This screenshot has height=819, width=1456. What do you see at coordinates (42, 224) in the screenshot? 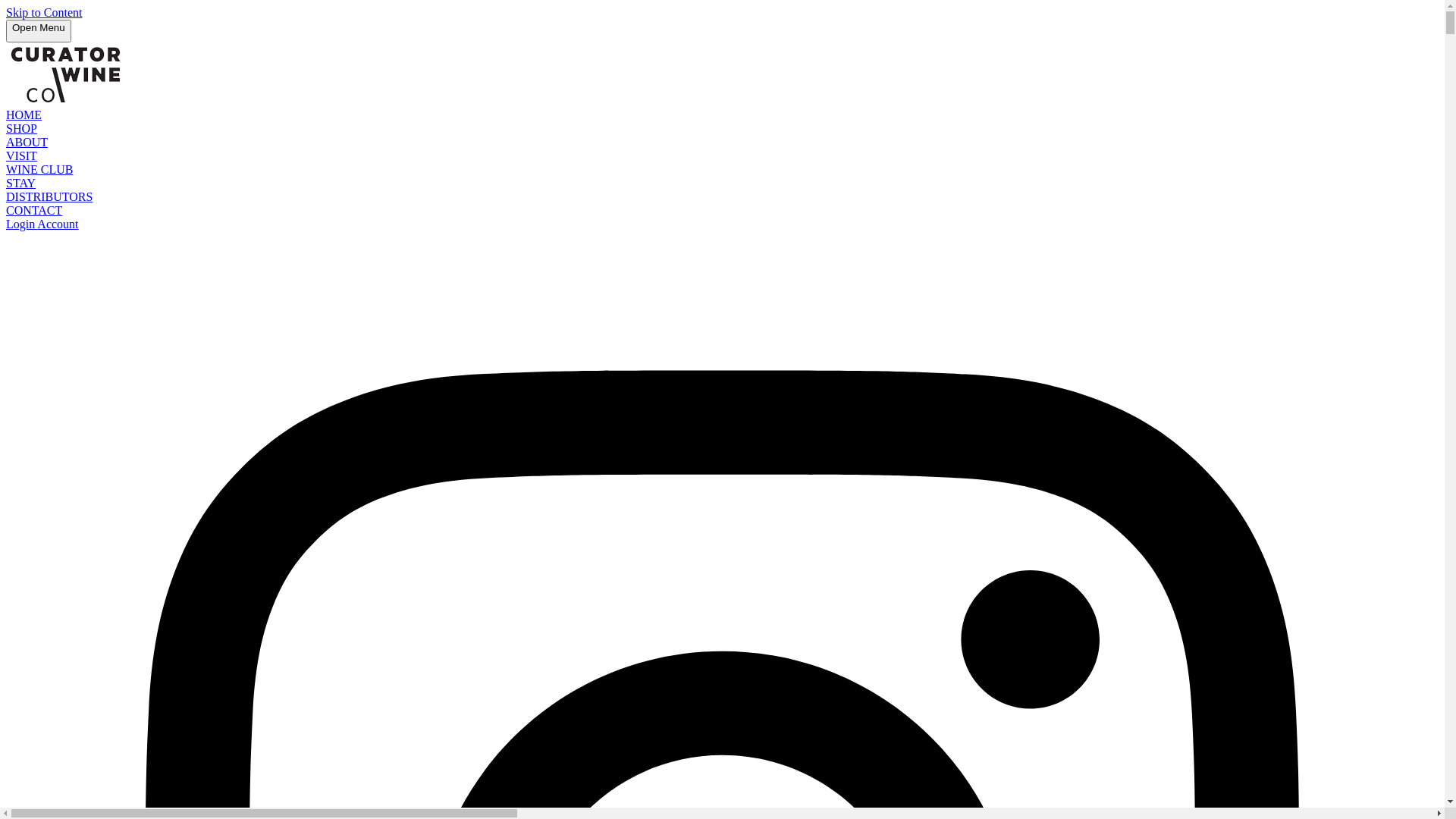
I see `'Login Account'` at bounding box center [42, 224].